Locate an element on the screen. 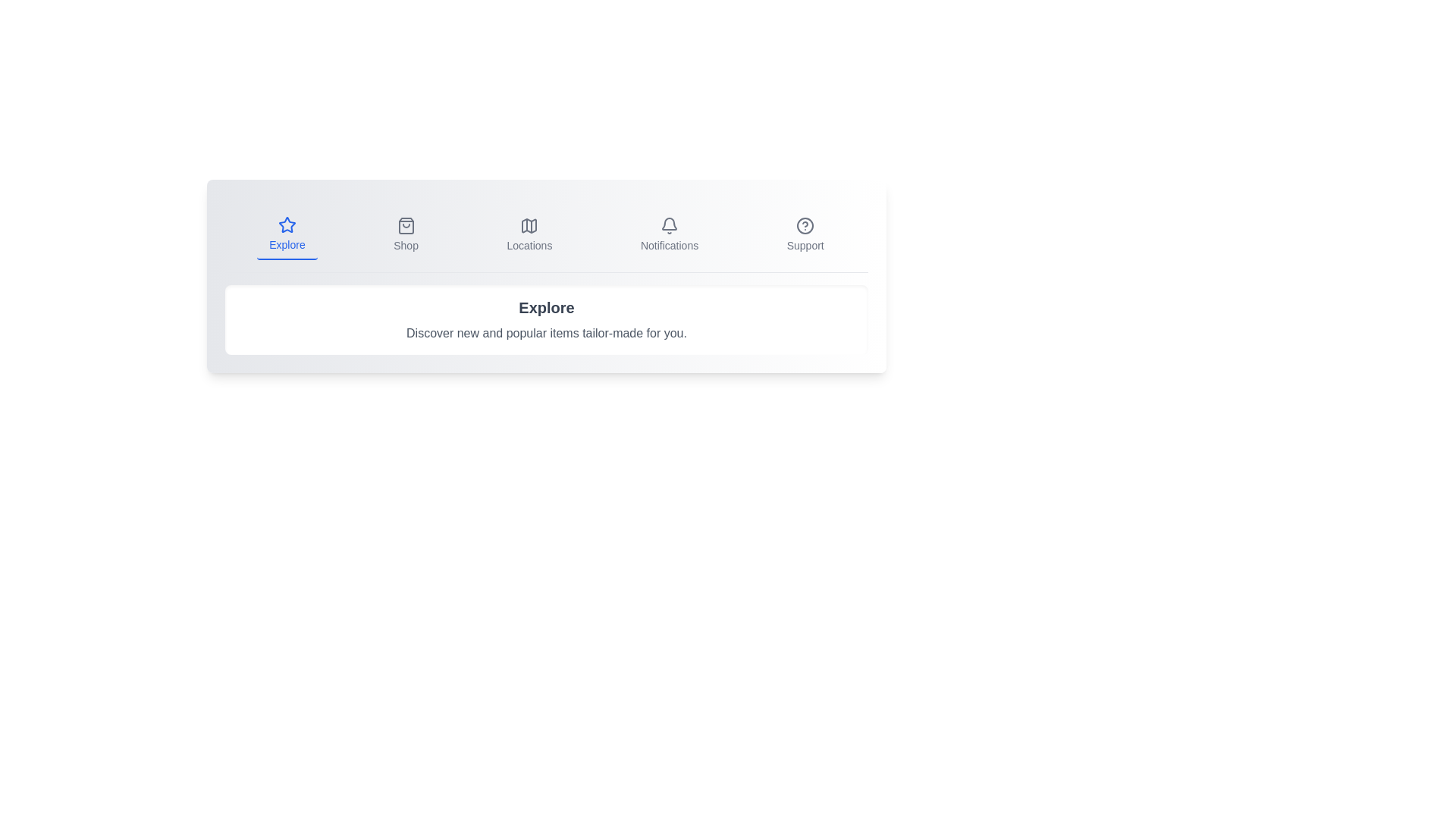  the 'Explore' text label which is styled in blue color and located below the star icon in the upper left section of the horizontal navigation bar is located at coordinates (287, 244).